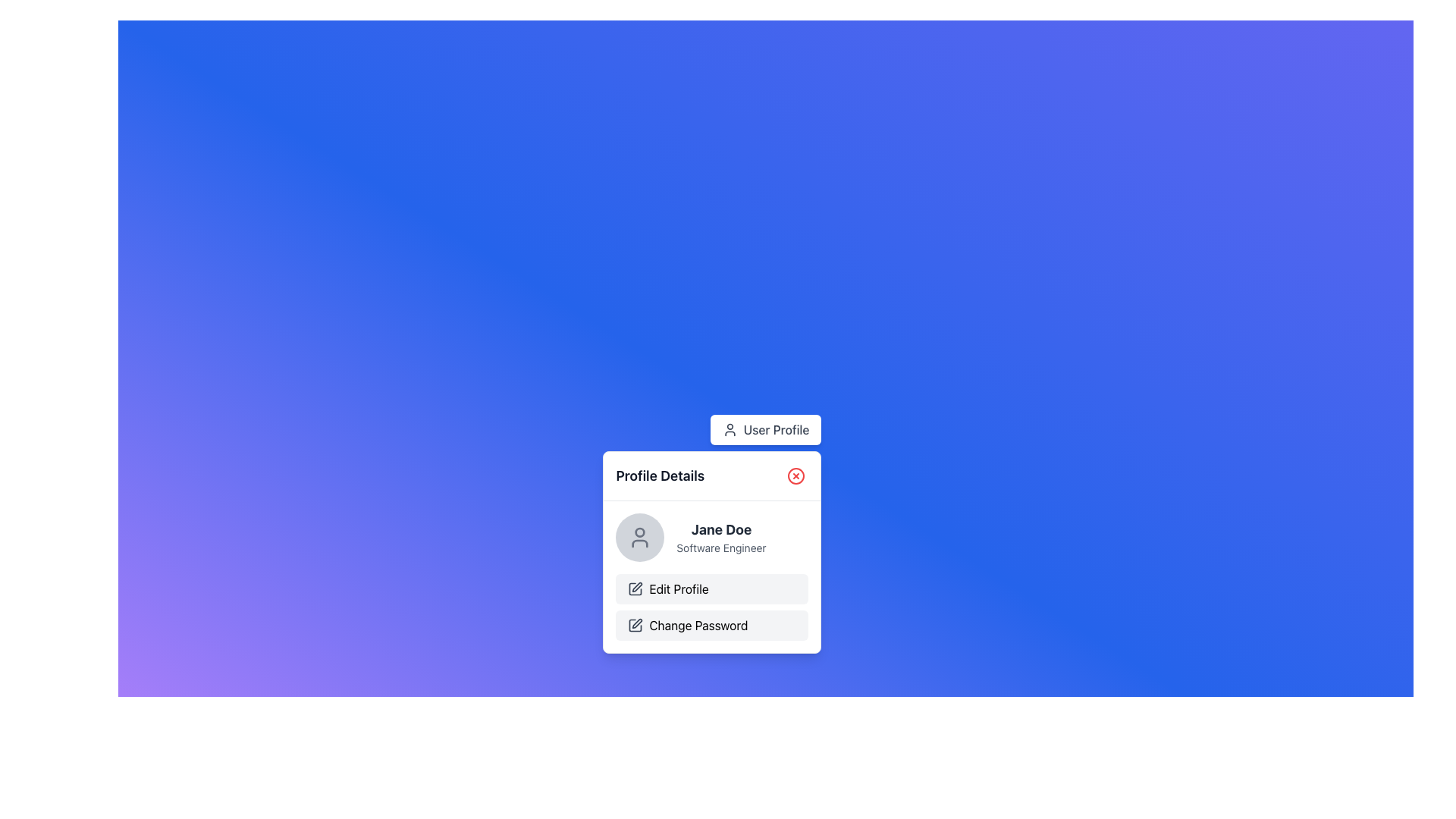 The image size is (1456, 819). What do you see at coordinates (678, 588) in the screenshot?
I see `the text label within the button that activates the profile editing functionality, located in the second position of the vertical group below the user profile details` at bounding box center [678, 588].